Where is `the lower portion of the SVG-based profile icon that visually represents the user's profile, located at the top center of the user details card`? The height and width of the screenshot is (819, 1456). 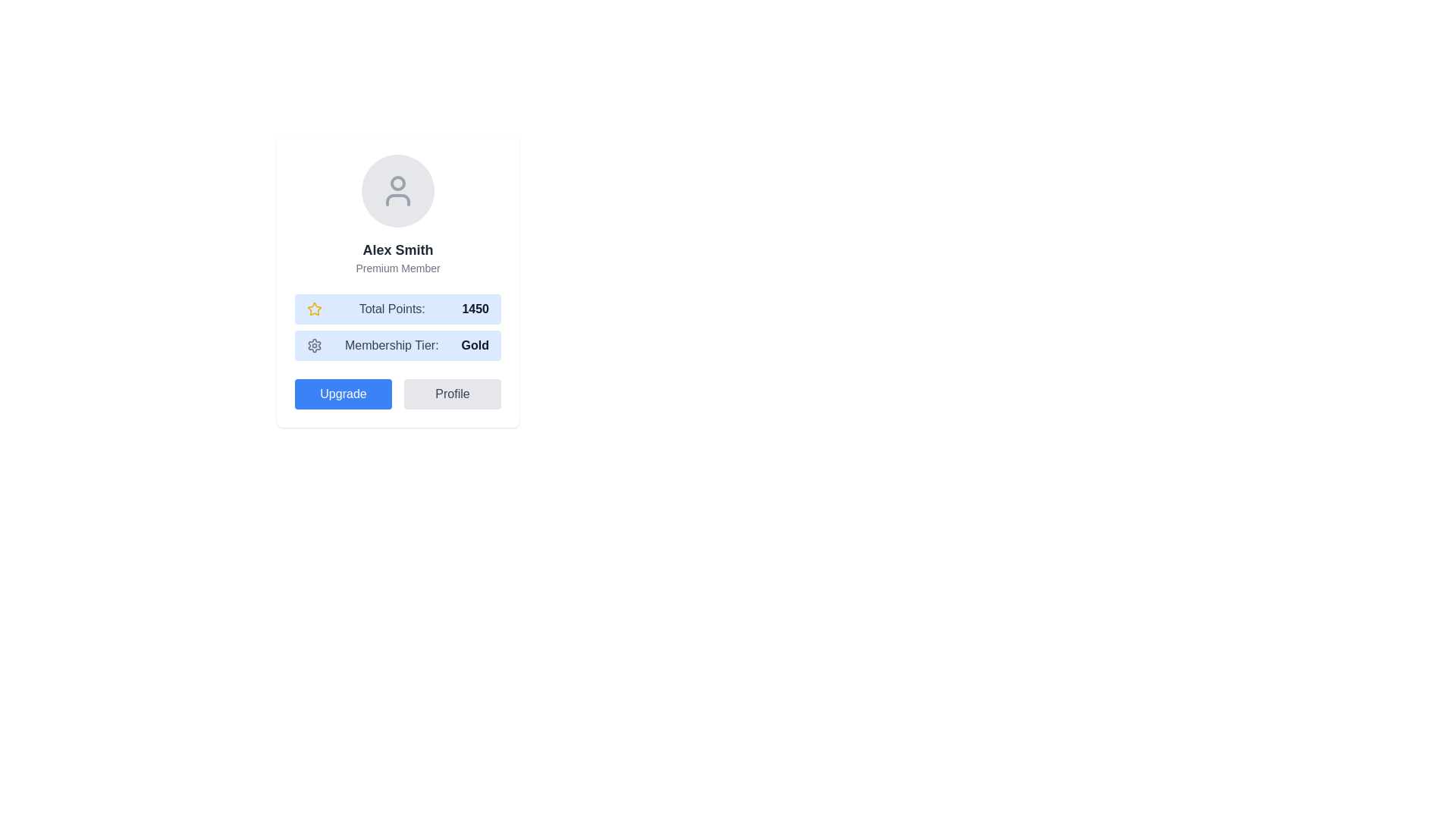
the lower portion of the SVG-based profile icon that visually represents the user's profile, located at the top center of the user details card is located at coordinates (397, 199).